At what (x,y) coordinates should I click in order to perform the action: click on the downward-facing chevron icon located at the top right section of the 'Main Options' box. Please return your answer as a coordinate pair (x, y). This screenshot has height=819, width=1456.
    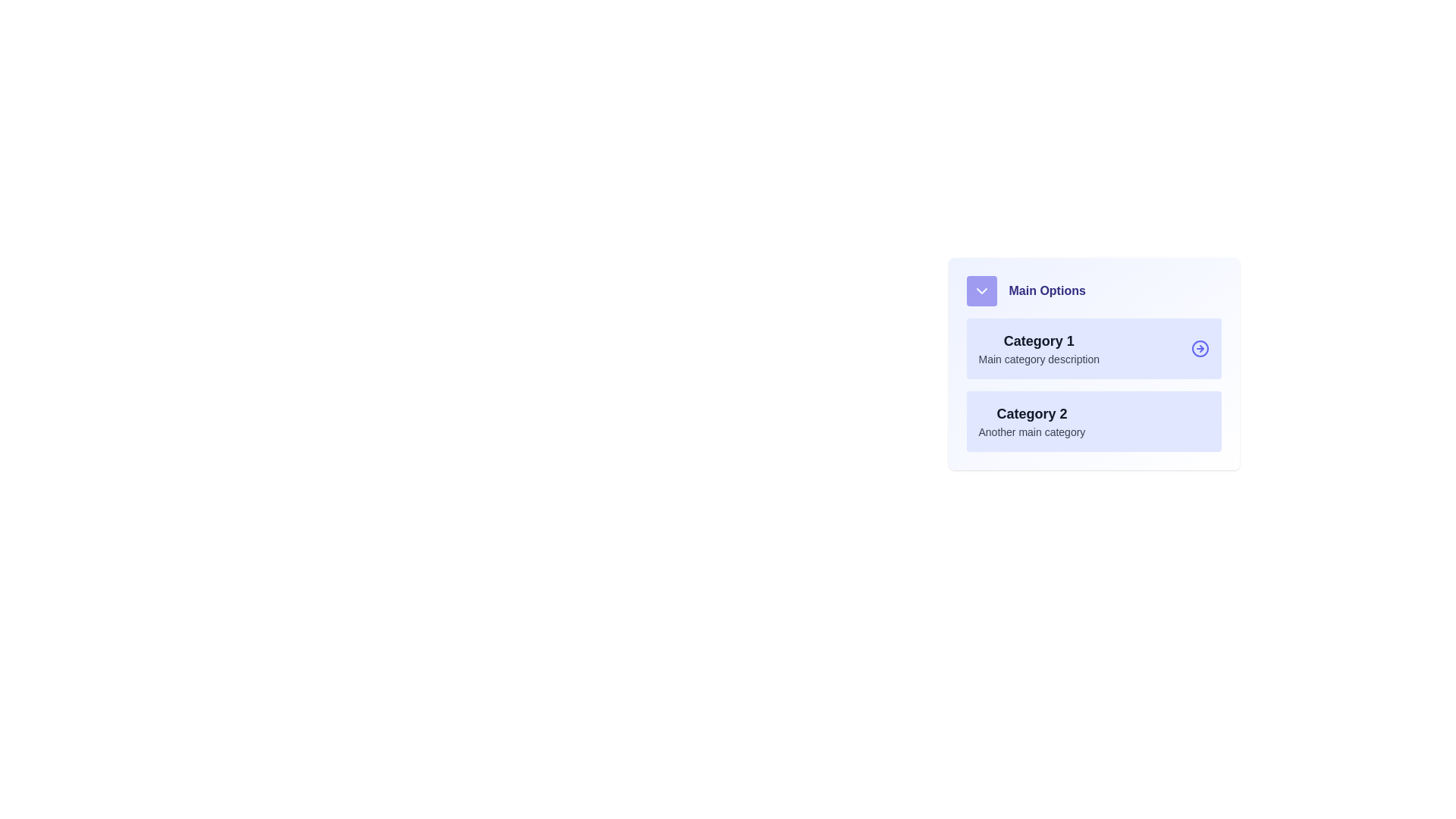
    Looking at the image, I should click on (981, 291).